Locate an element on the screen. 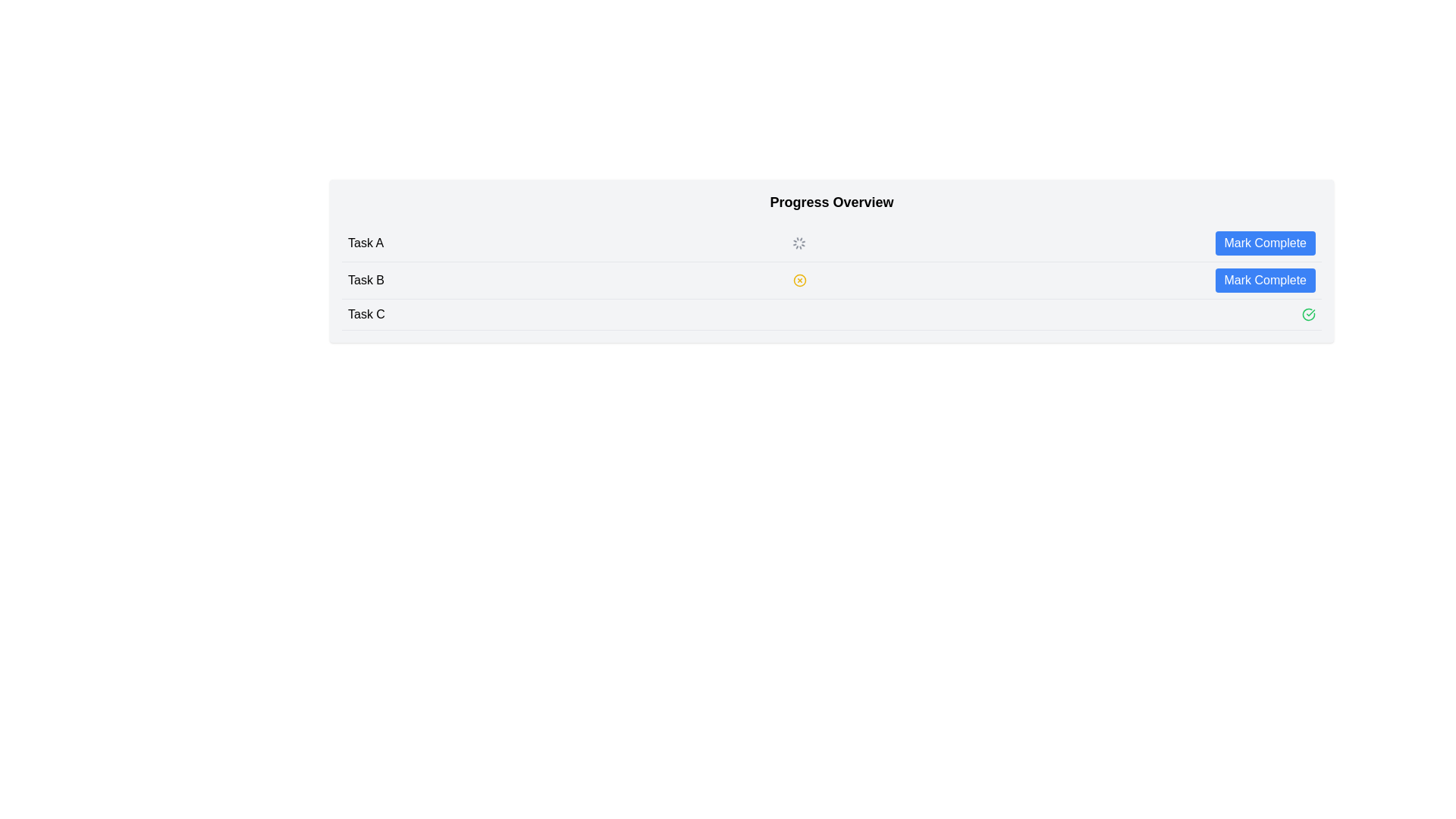 Image resolution: width=1456 pixels, height=819 pixels. the alert or error indicator icon located in the Progress Overview section next to Task B is located at coordinates (799, 281).